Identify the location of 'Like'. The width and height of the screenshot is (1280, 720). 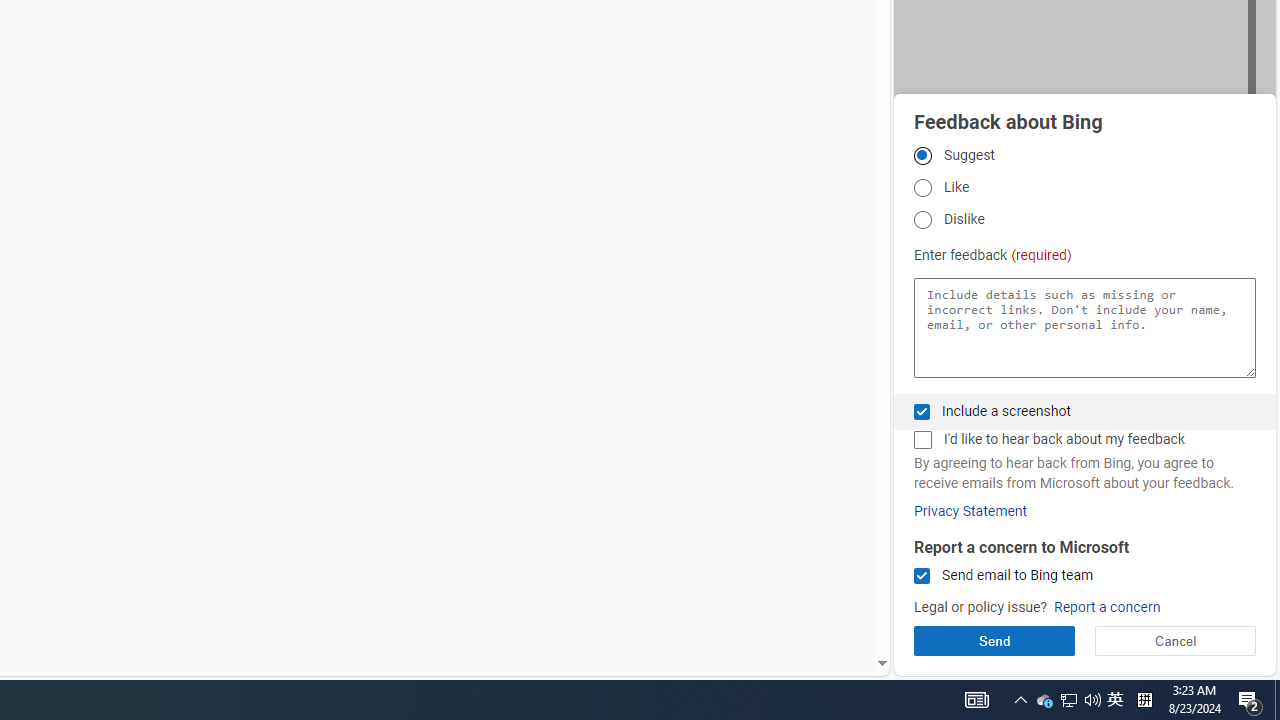
(921, 188).